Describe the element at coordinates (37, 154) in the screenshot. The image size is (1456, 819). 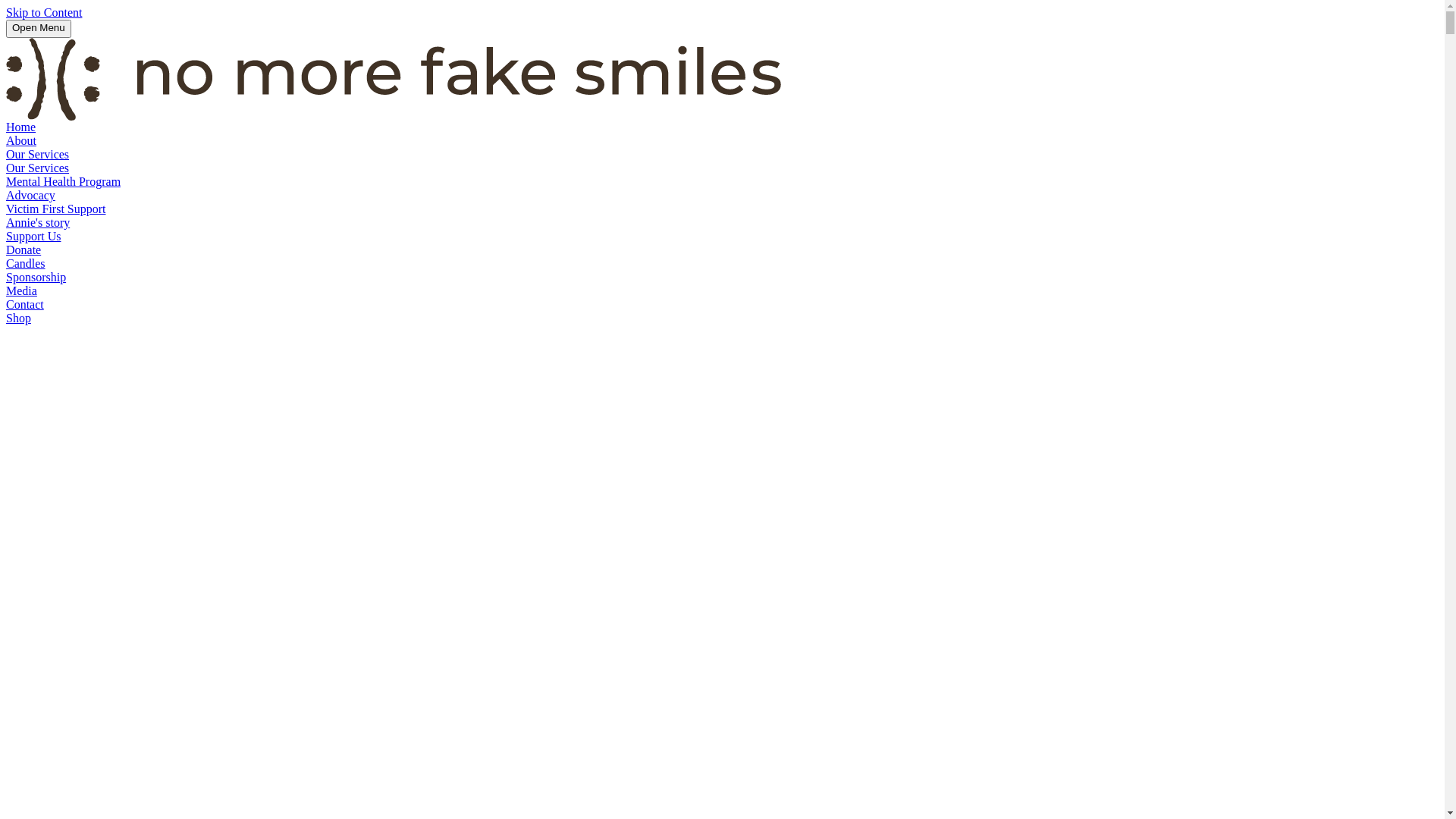
I see `'Our Services'` at that location.